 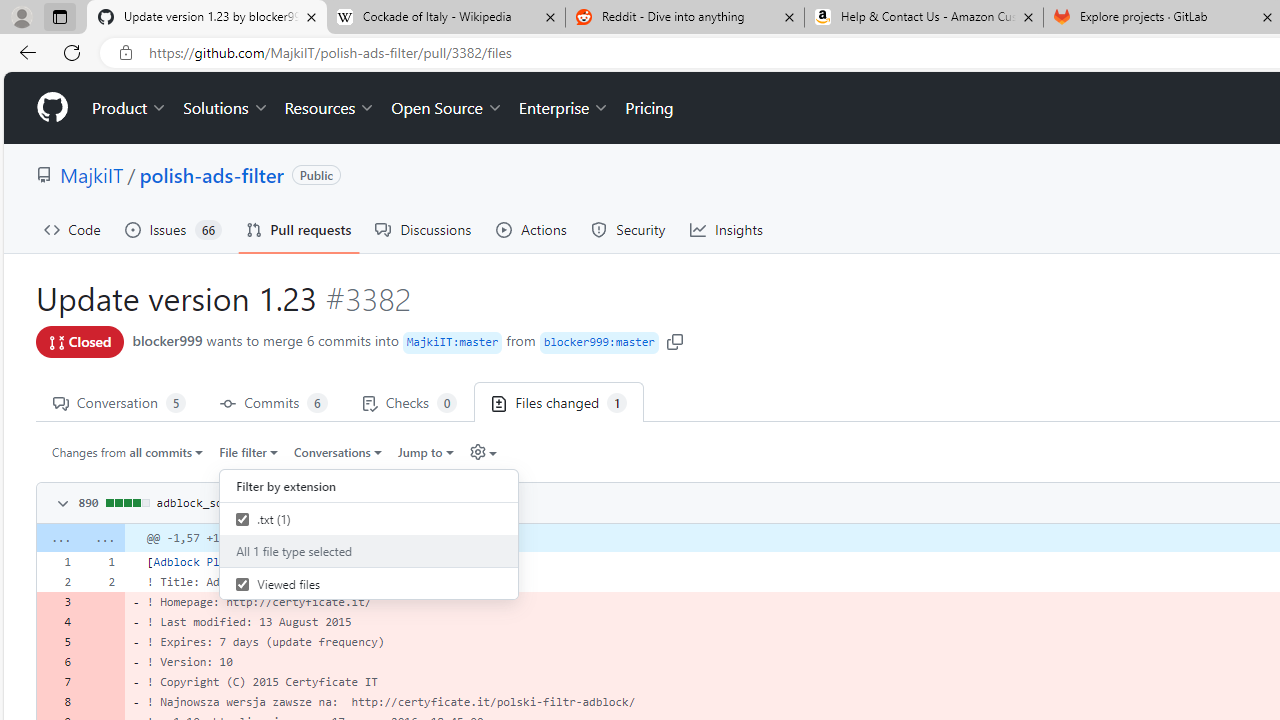 What do you see at coordinates (726, 229) in the screenshot?
I see `'Insights'` at bounding box center [726, 229].